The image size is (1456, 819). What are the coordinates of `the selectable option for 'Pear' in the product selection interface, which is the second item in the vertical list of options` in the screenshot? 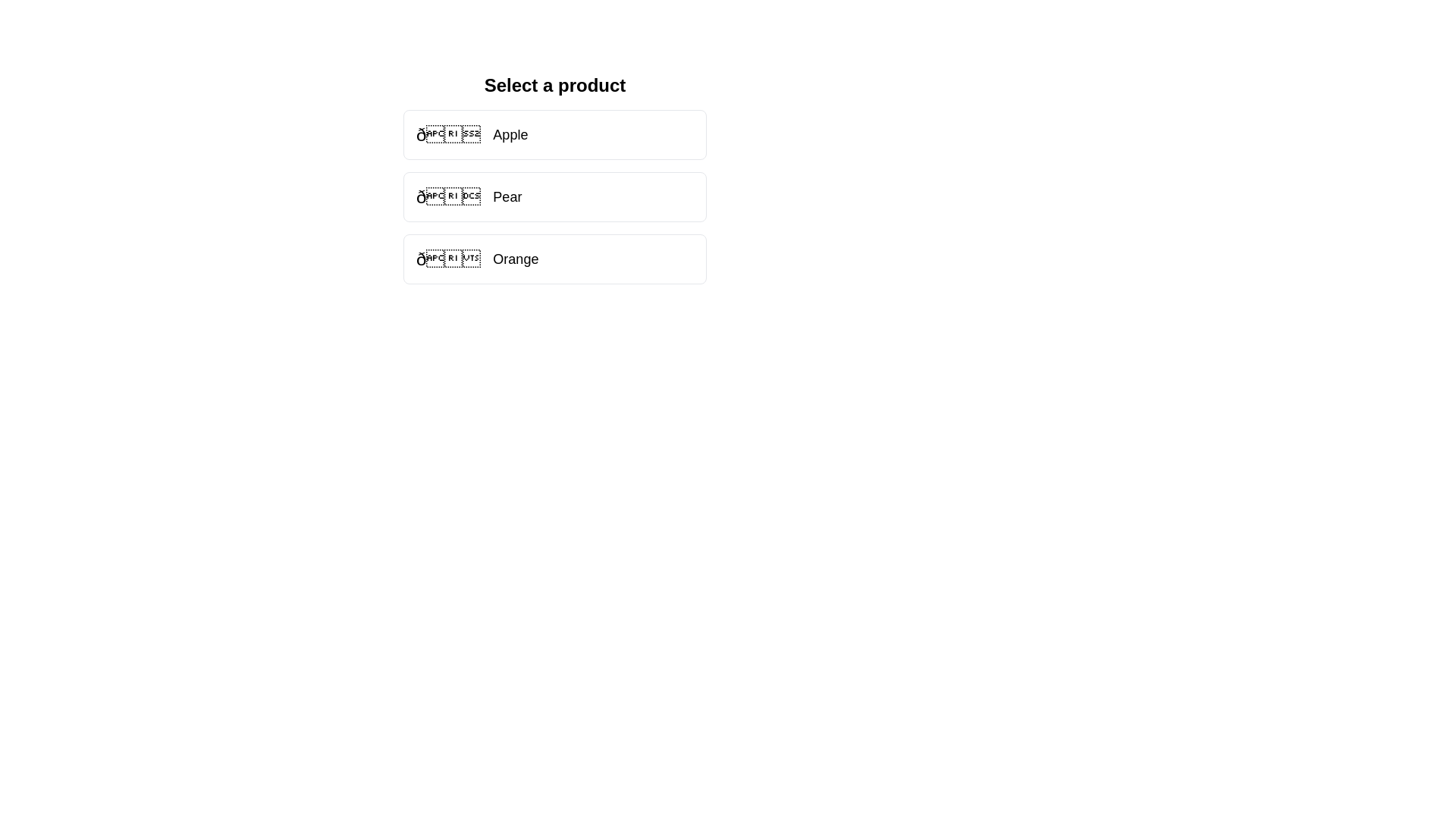 It's located at (554, 177).